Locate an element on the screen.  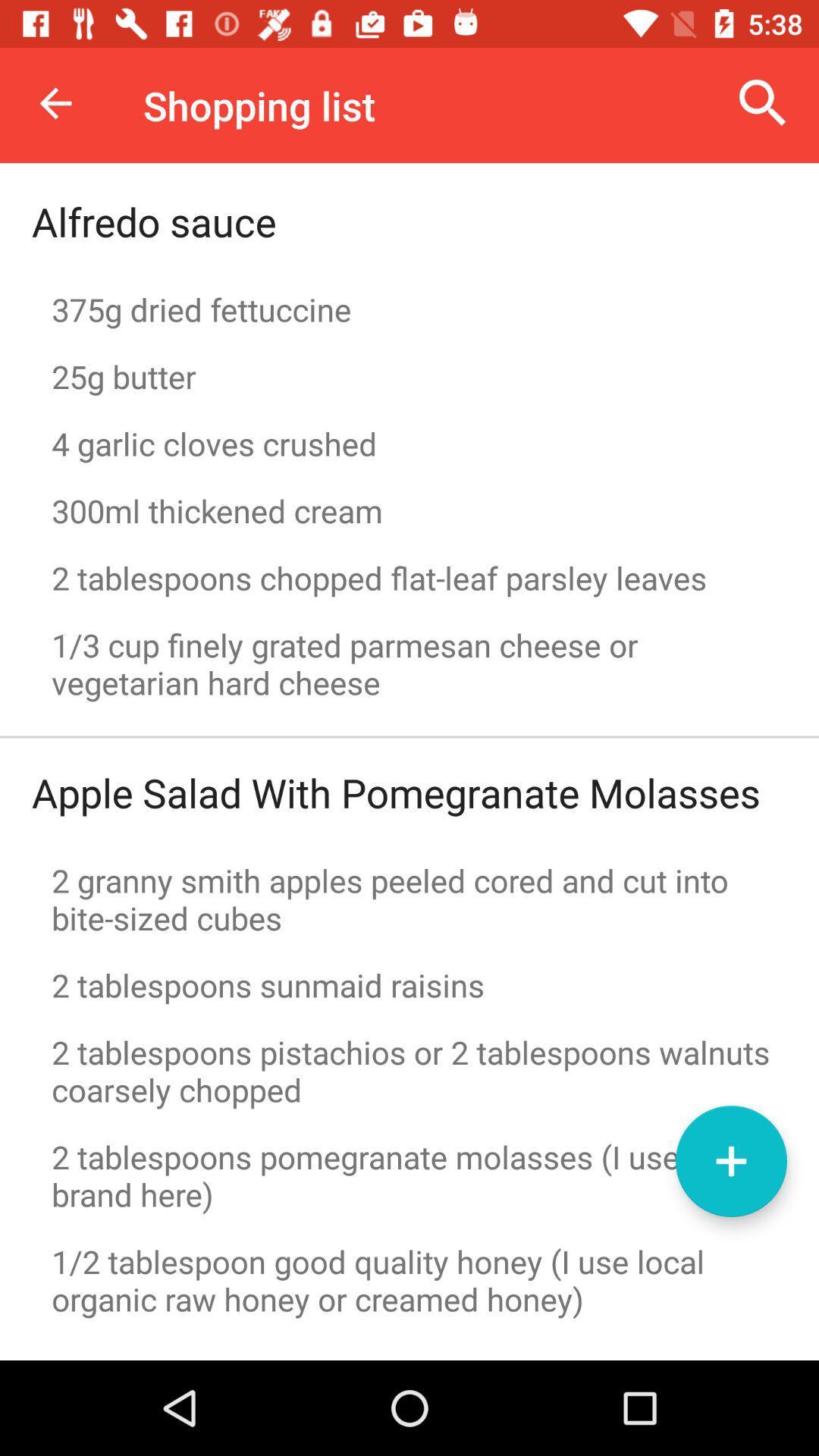
icon above the 4 garlic cloves item is located at coordinates (409, 376).